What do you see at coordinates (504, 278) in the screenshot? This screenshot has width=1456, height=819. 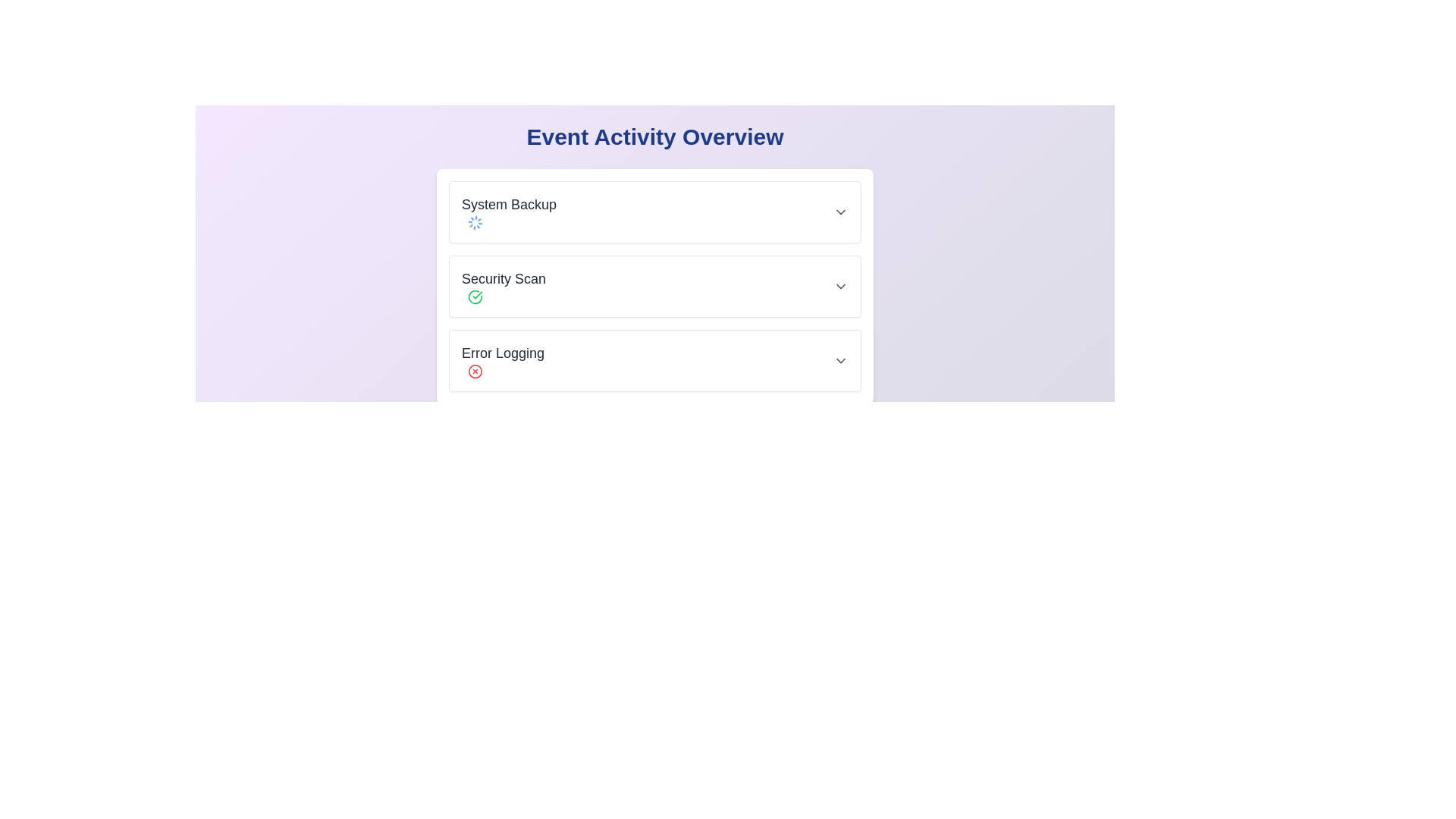 I see `the 'Security Scan' text element, which is bold and dark gray, centrally aligned as the second item in a vertical list` at bounding box center [504, 278].